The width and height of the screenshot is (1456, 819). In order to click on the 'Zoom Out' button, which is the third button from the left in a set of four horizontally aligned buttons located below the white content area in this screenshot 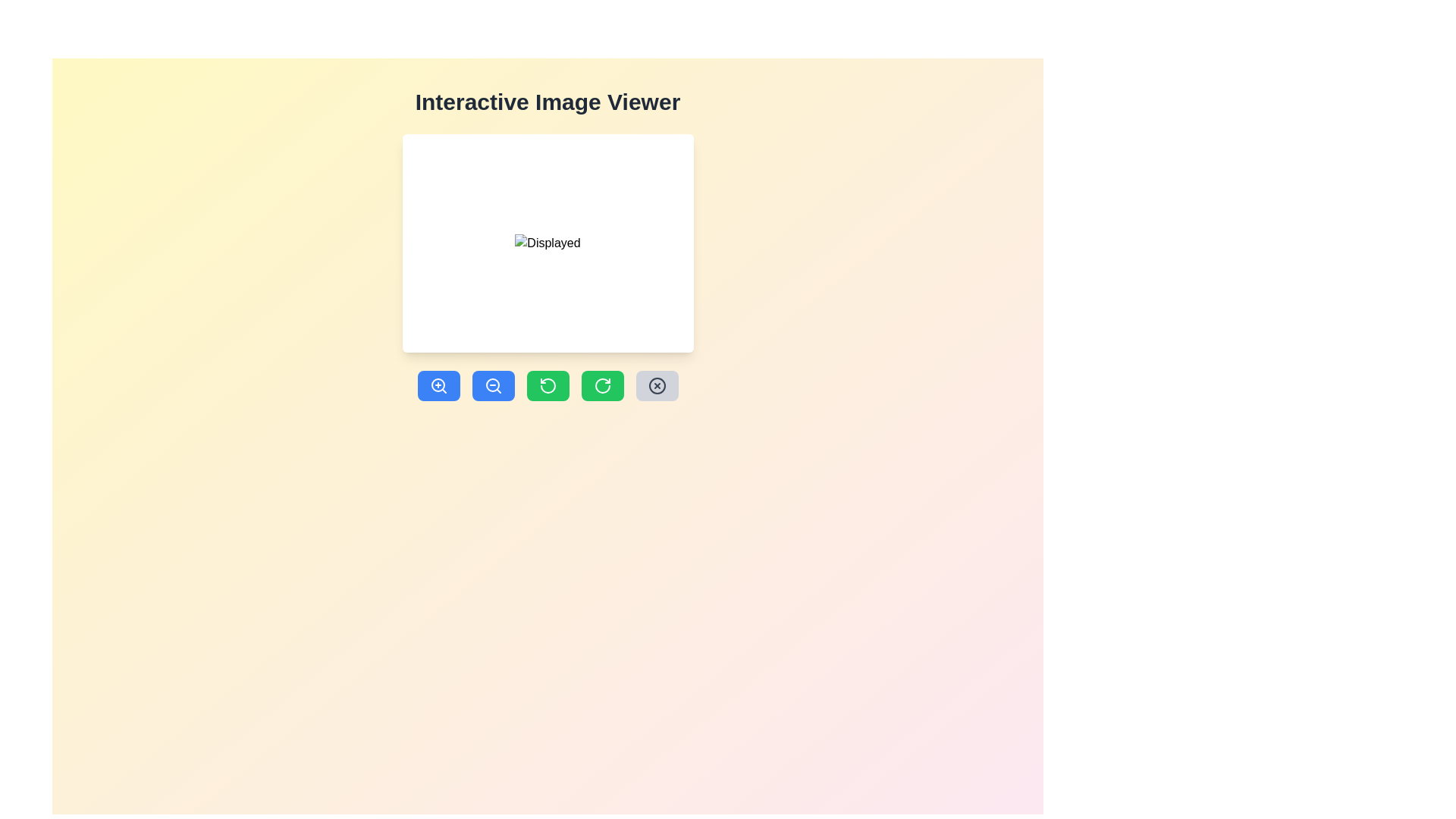, I will do `click(493, 385)`.